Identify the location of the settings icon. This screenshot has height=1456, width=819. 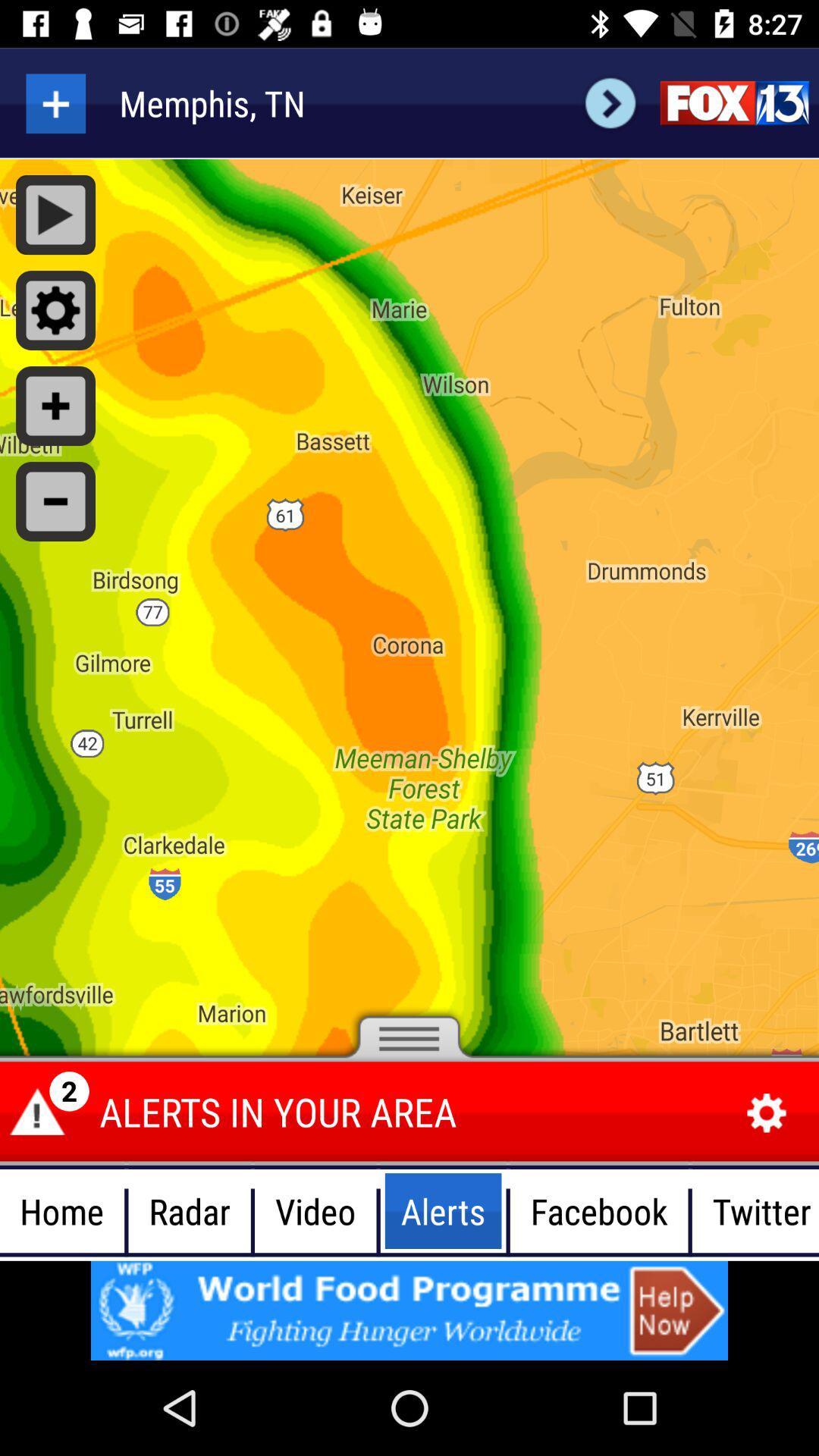
(767, 1113).